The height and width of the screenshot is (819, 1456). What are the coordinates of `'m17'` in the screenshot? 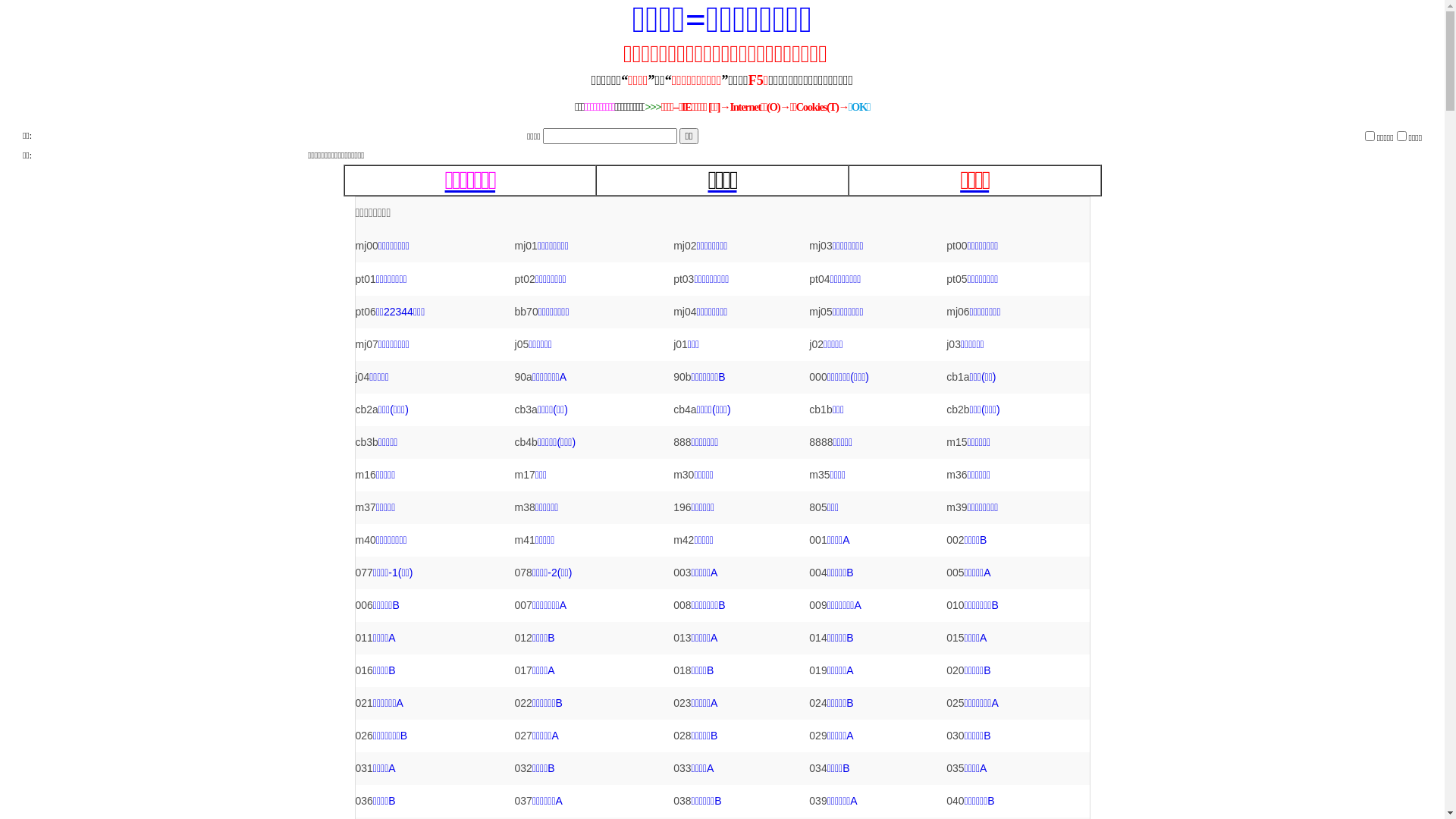 It's located at (525, 473).